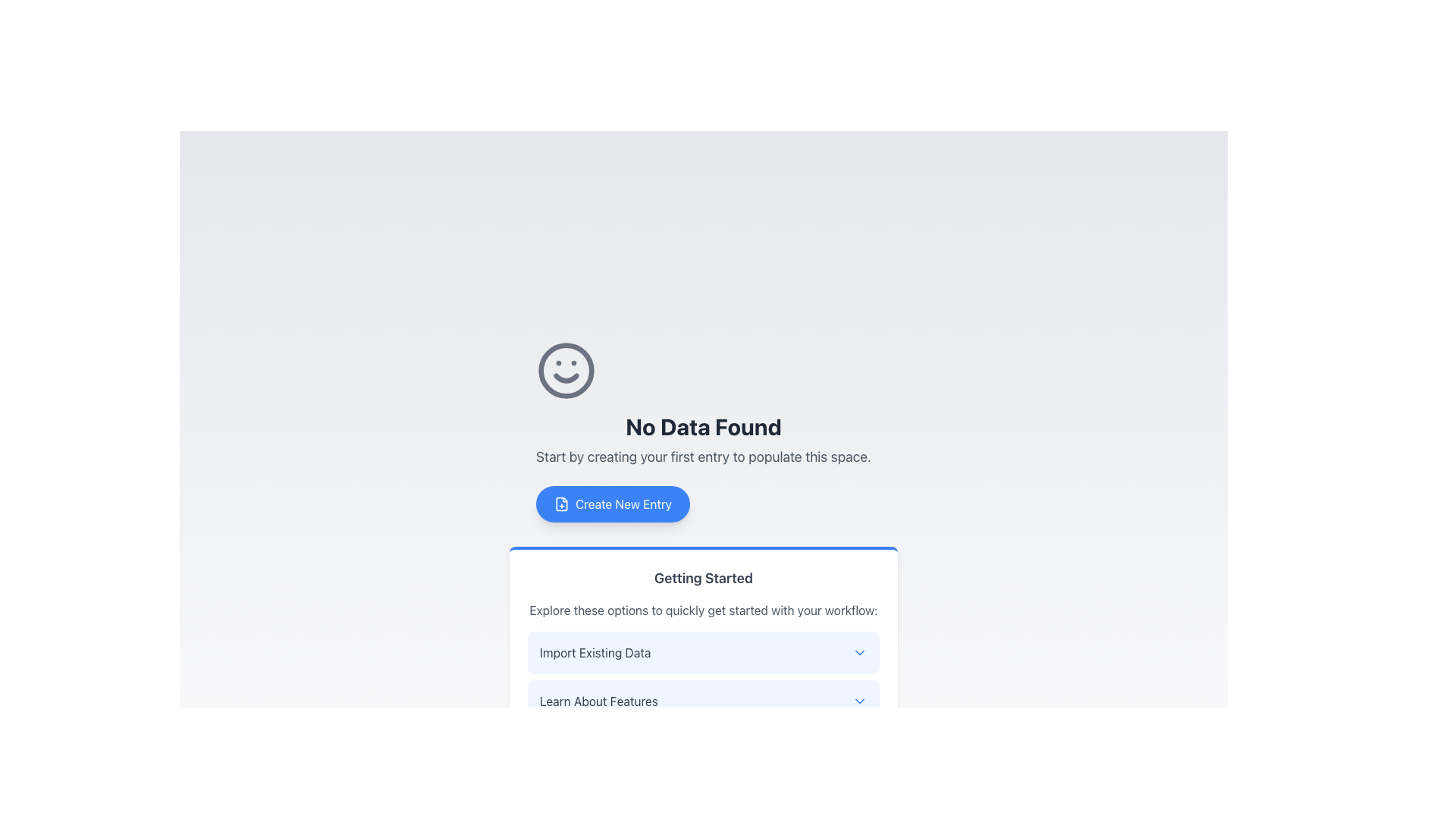 Image resolution: width=1456 pixels, height=819 pixels. What do you see at coordinates (702, 676) in the screenshot?
I see `the 'Import Existing Data' option in the collapsible list located in the 'Getting Started' section` at bounding box center [702, 676].